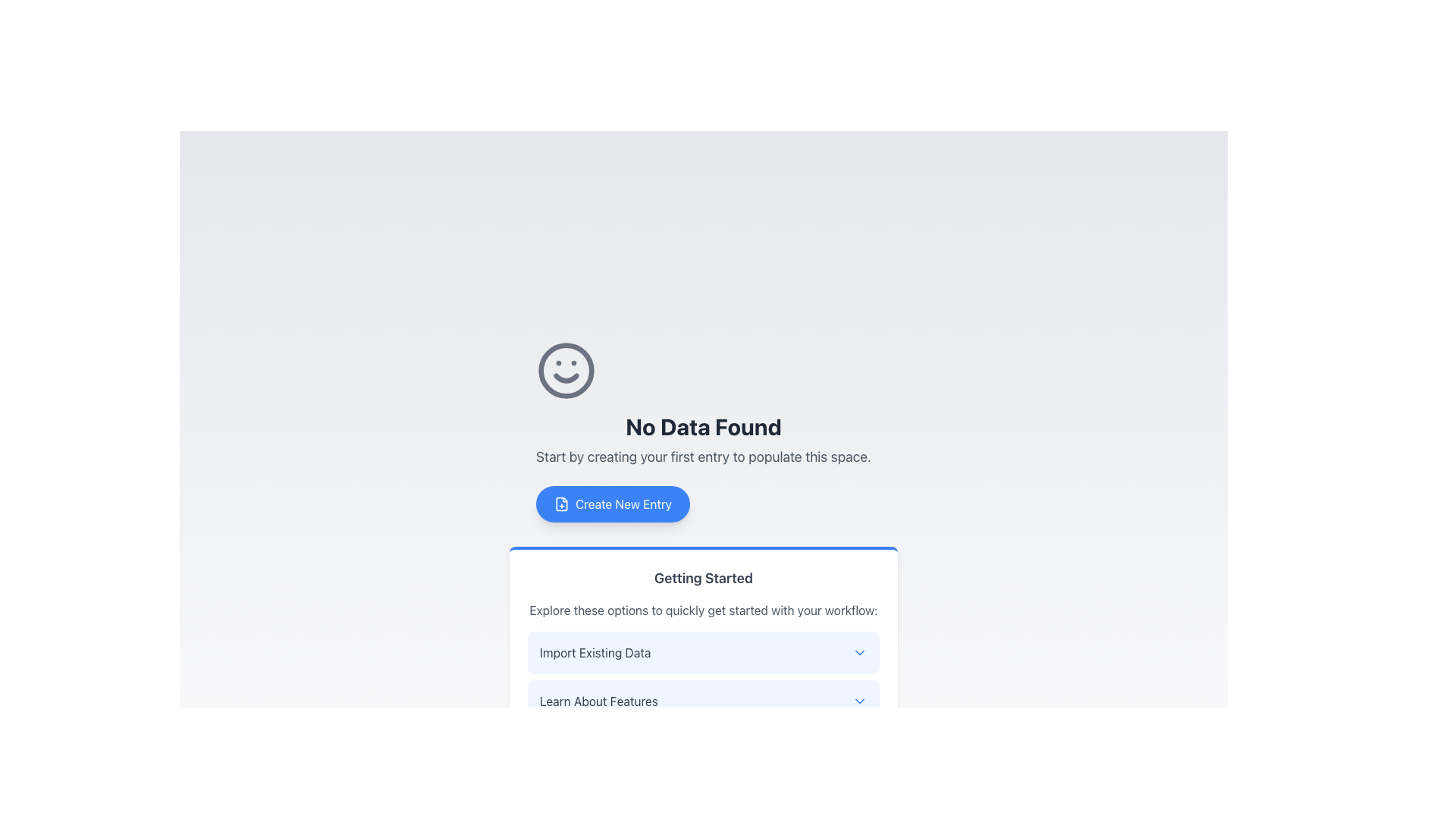 Image resolution: width=1456 pixels, height=819 pixels. What do you see at coordinates (702, 676) in the screenshot?
I see `the 'Import Existing Data' option in the collapsible list located in the 'Getting Started' section` at bounding box center [702, 676].